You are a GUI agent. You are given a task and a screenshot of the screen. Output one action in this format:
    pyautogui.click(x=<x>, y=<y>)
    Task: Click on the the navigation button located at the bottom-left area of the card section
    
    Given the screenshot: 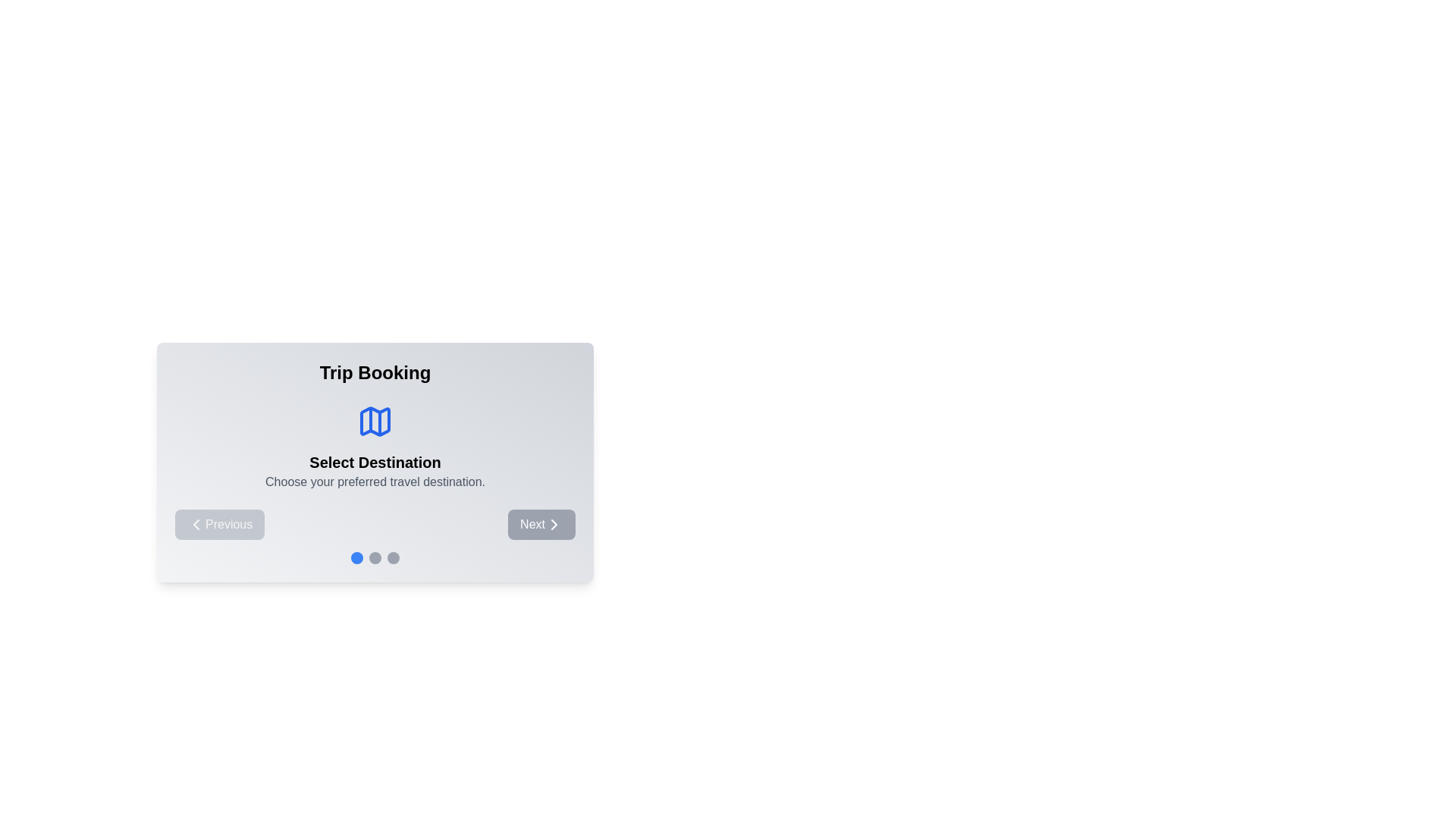 What is the action you would take?
    pyautogui.click(x=219, y=523)
    